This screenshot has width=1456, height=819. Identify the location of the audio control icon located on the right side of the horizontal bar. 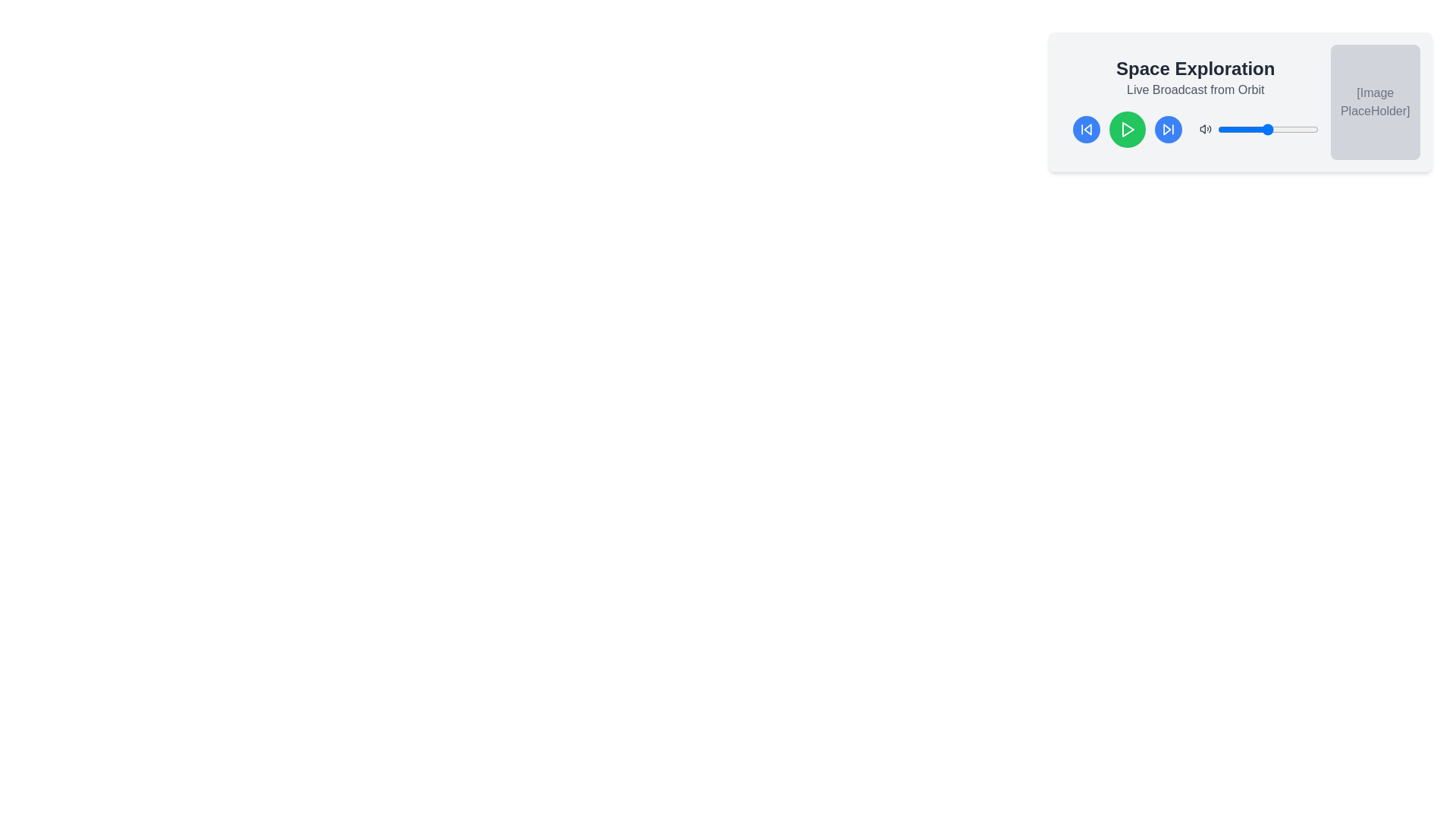
(1204, 128).